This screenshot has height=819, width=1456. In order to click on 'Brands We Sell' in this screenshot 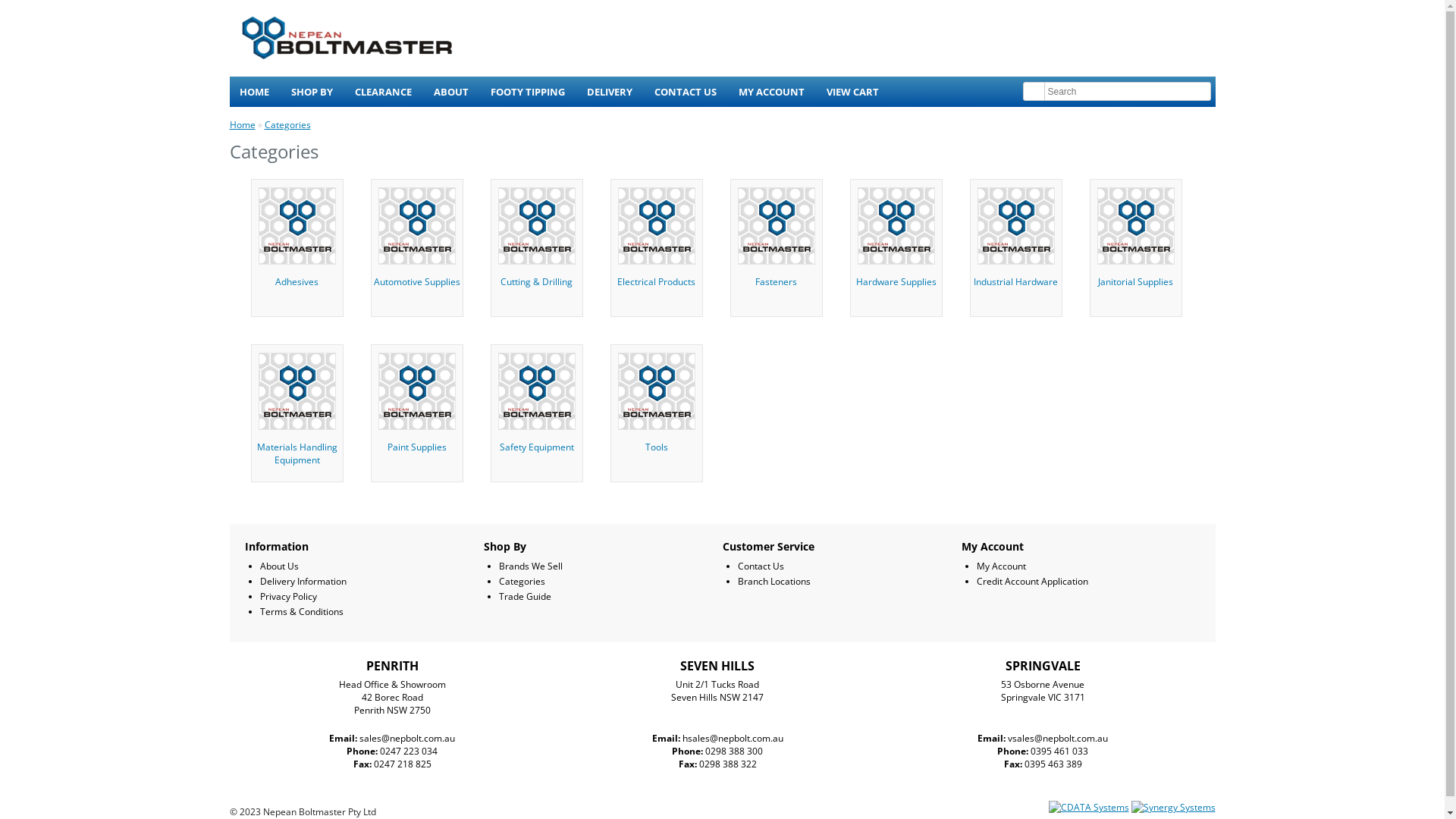, I will do `click(531, 566)`.